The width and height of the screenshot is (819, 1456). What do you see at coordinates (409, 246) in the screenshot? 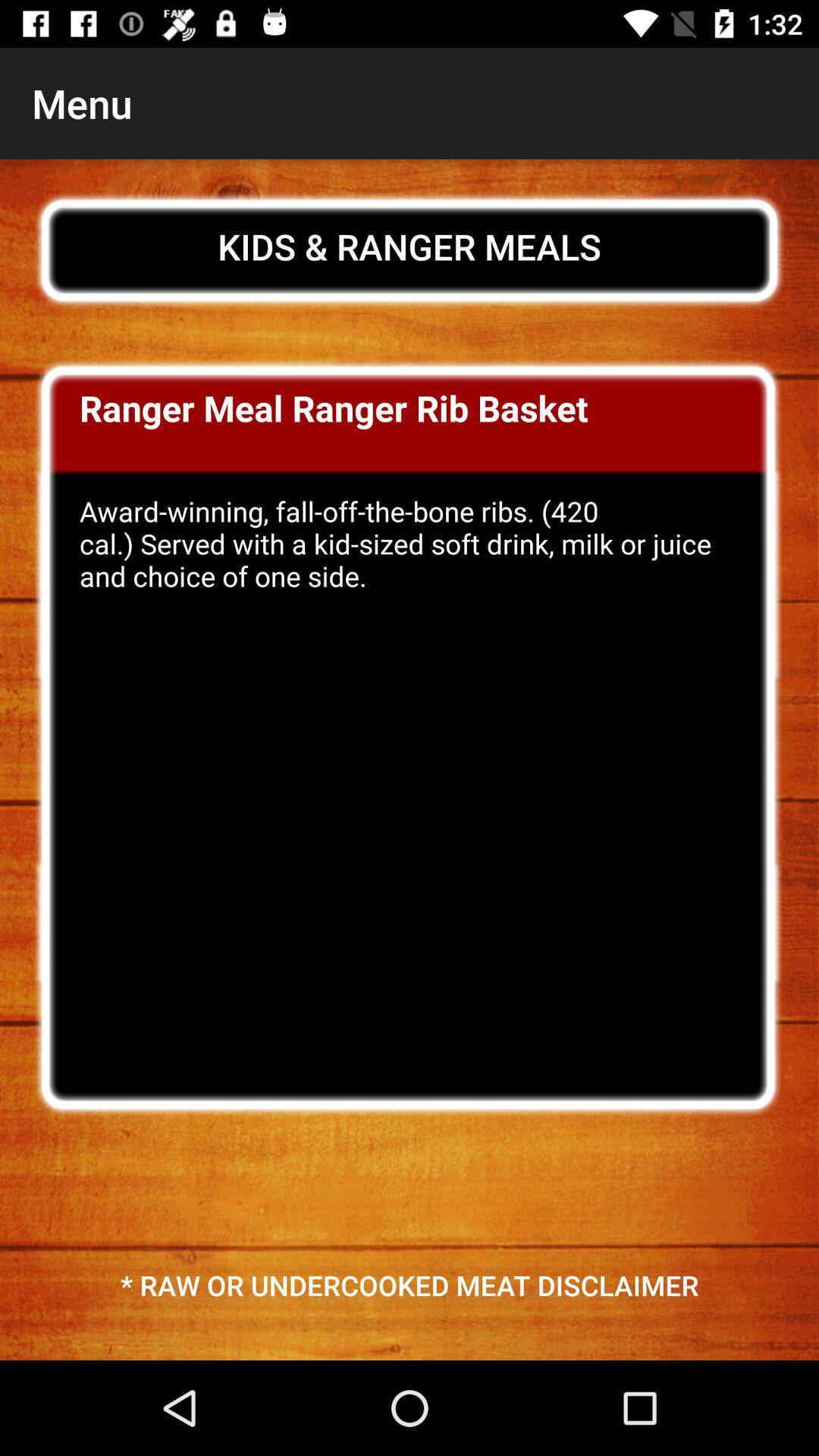
I see `the app above the ranger meal ranger` at bounding box center [409, 246].